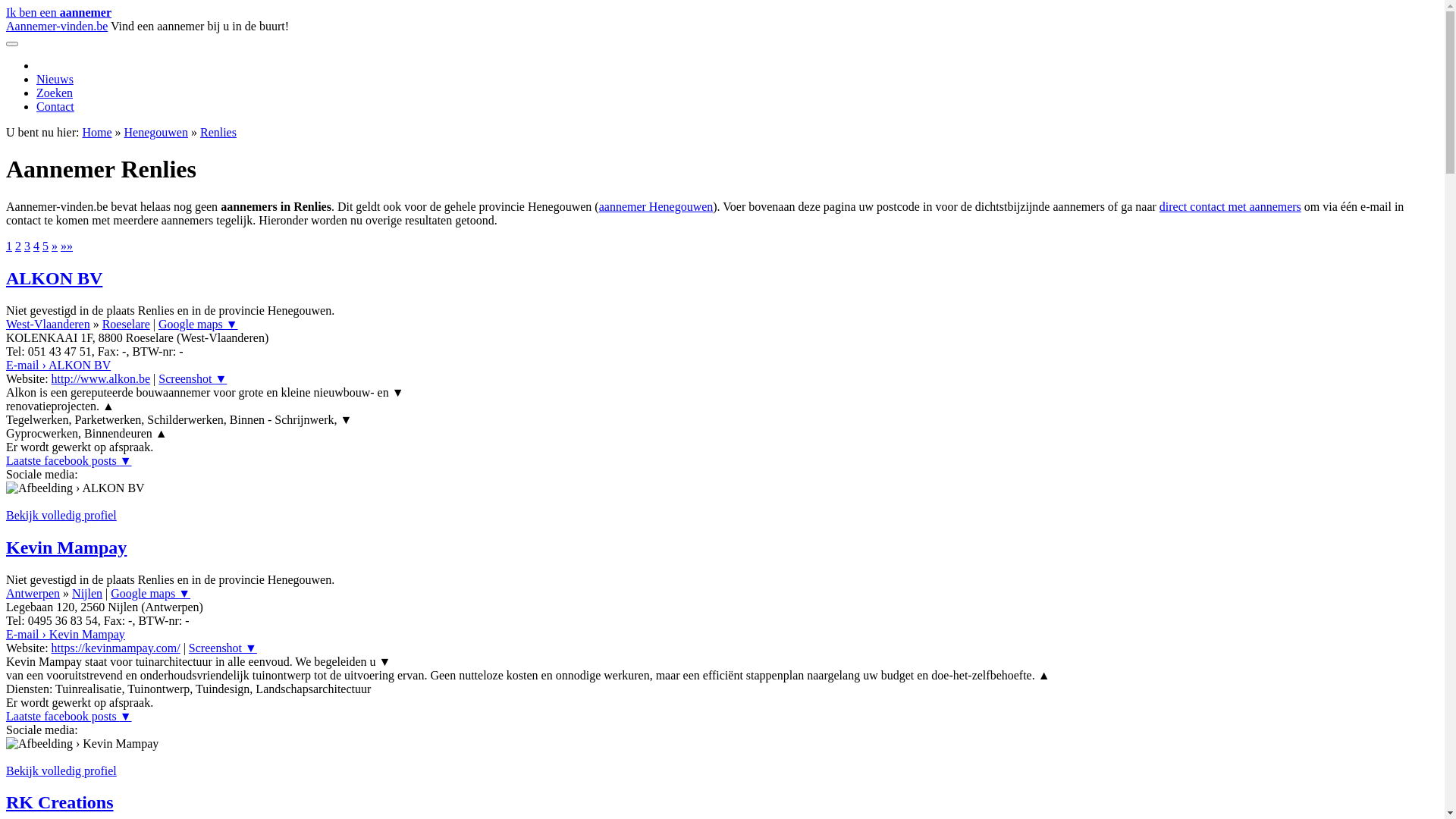  Describe the element at coordinates (100, 378) in the screenshot. I see `'http://www.alkon.be'` at that location.